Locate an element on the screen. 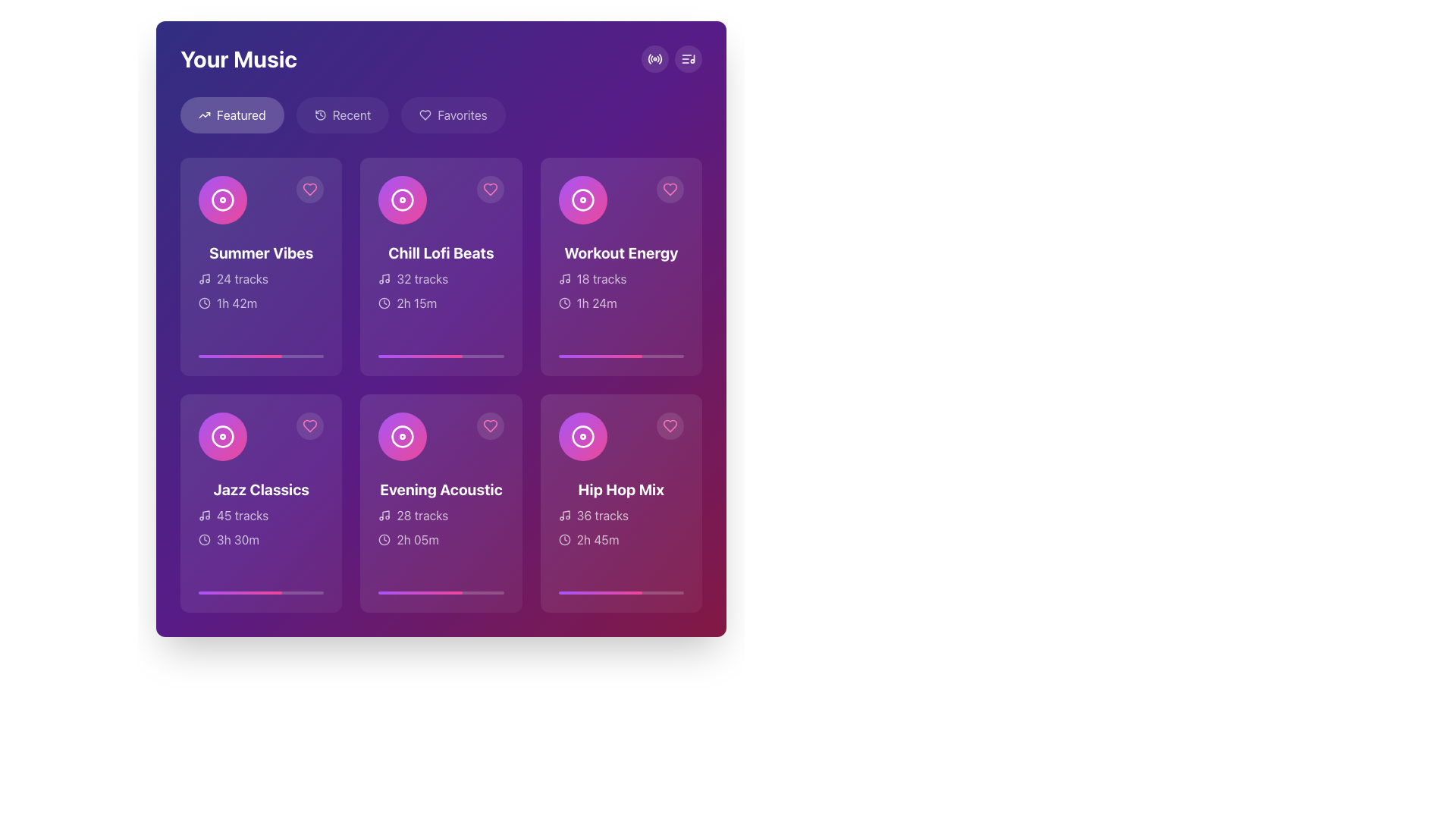  the 'Featured' button with a rounded border and upward trending arrow icon is located at coordinates (231, 114).